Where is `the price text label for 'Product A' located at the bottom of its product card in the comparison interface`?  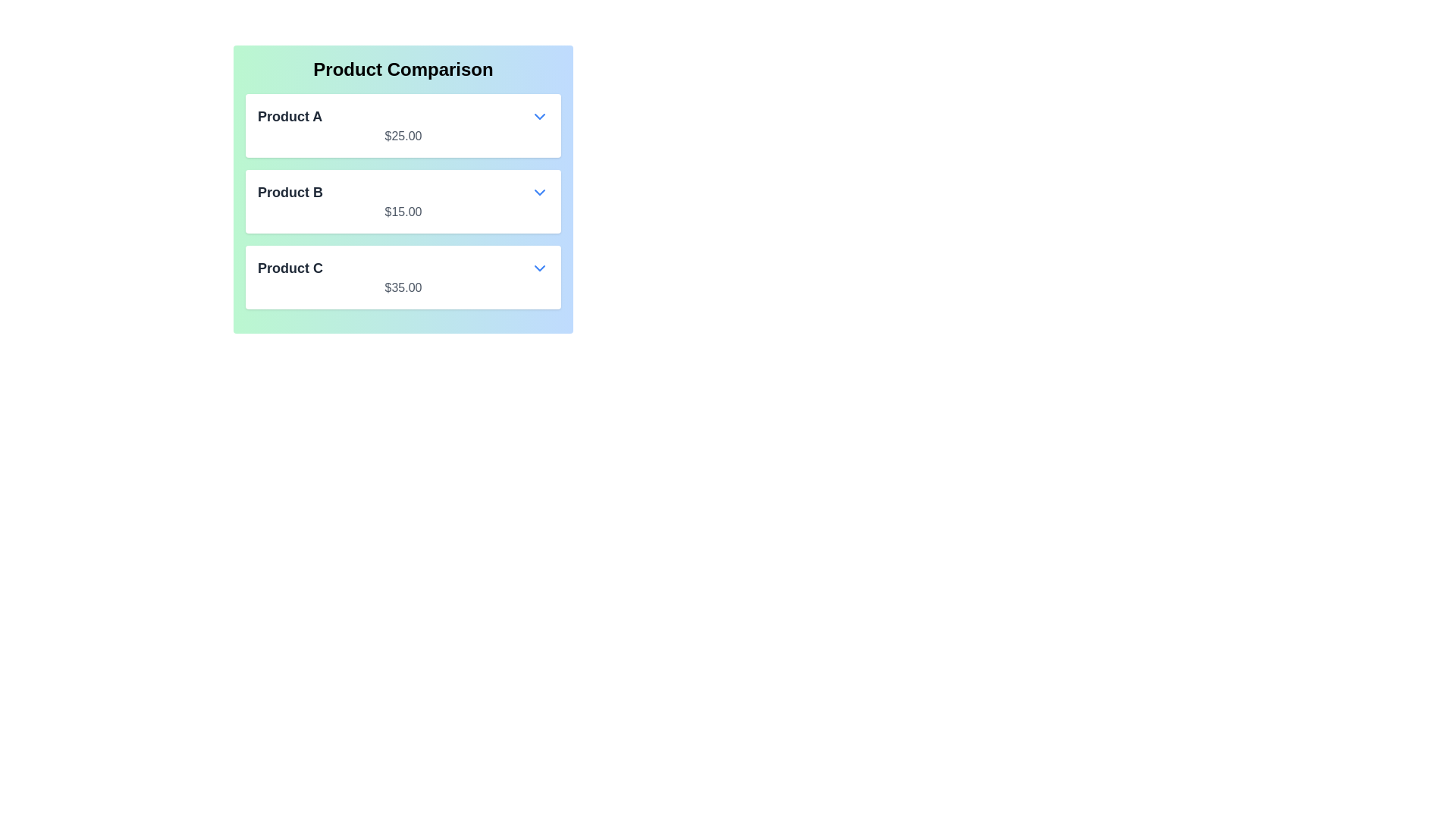
the price text label for 'Product A' located at the bottom of its product card in the comparison interface is located at coordinates (403, 136).